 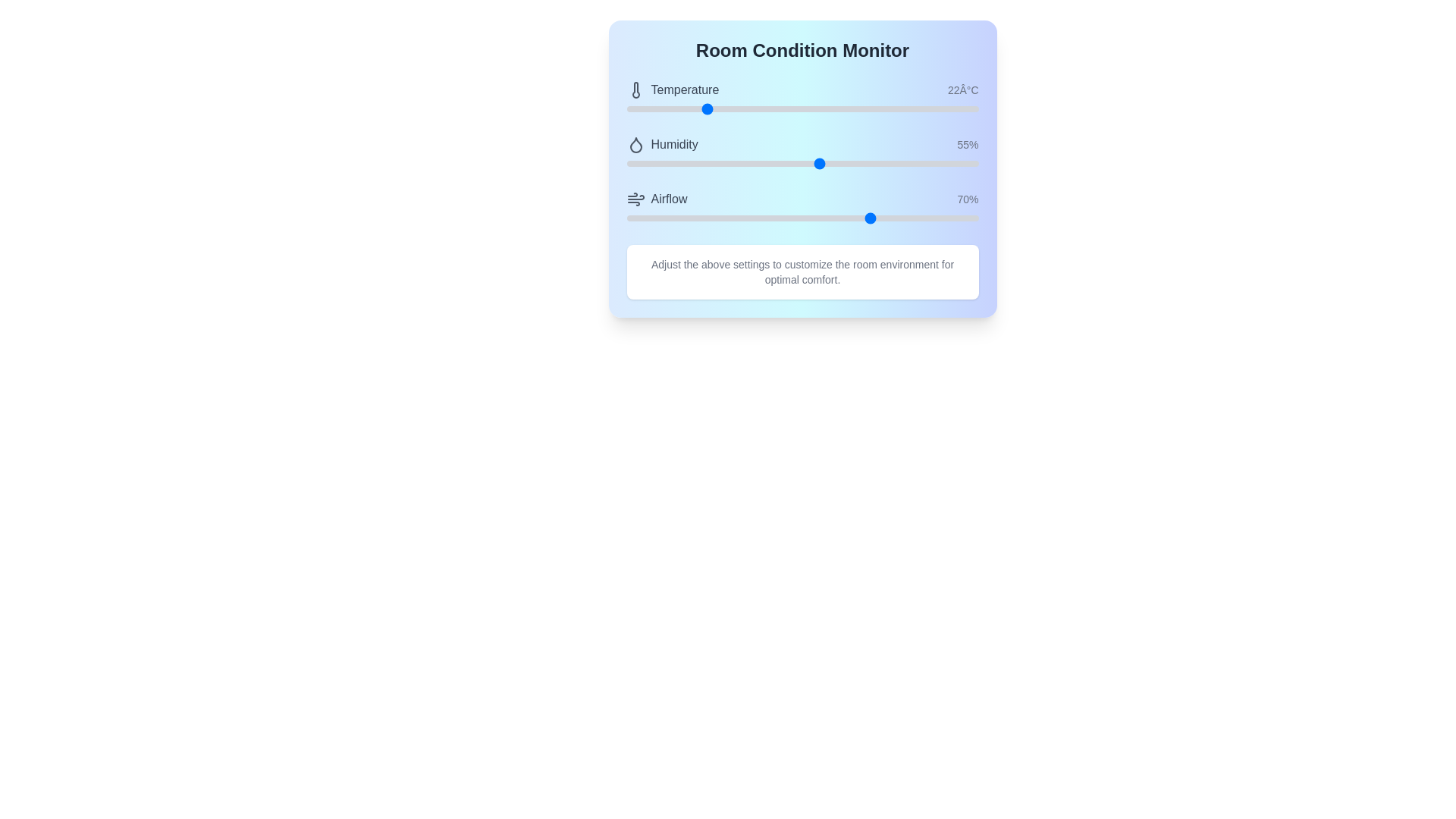 I want to click on text displayed in the label showing 'Airflow', which is located to the right of a wind icon and above a horizontal marker, so click(x=668, y=198).